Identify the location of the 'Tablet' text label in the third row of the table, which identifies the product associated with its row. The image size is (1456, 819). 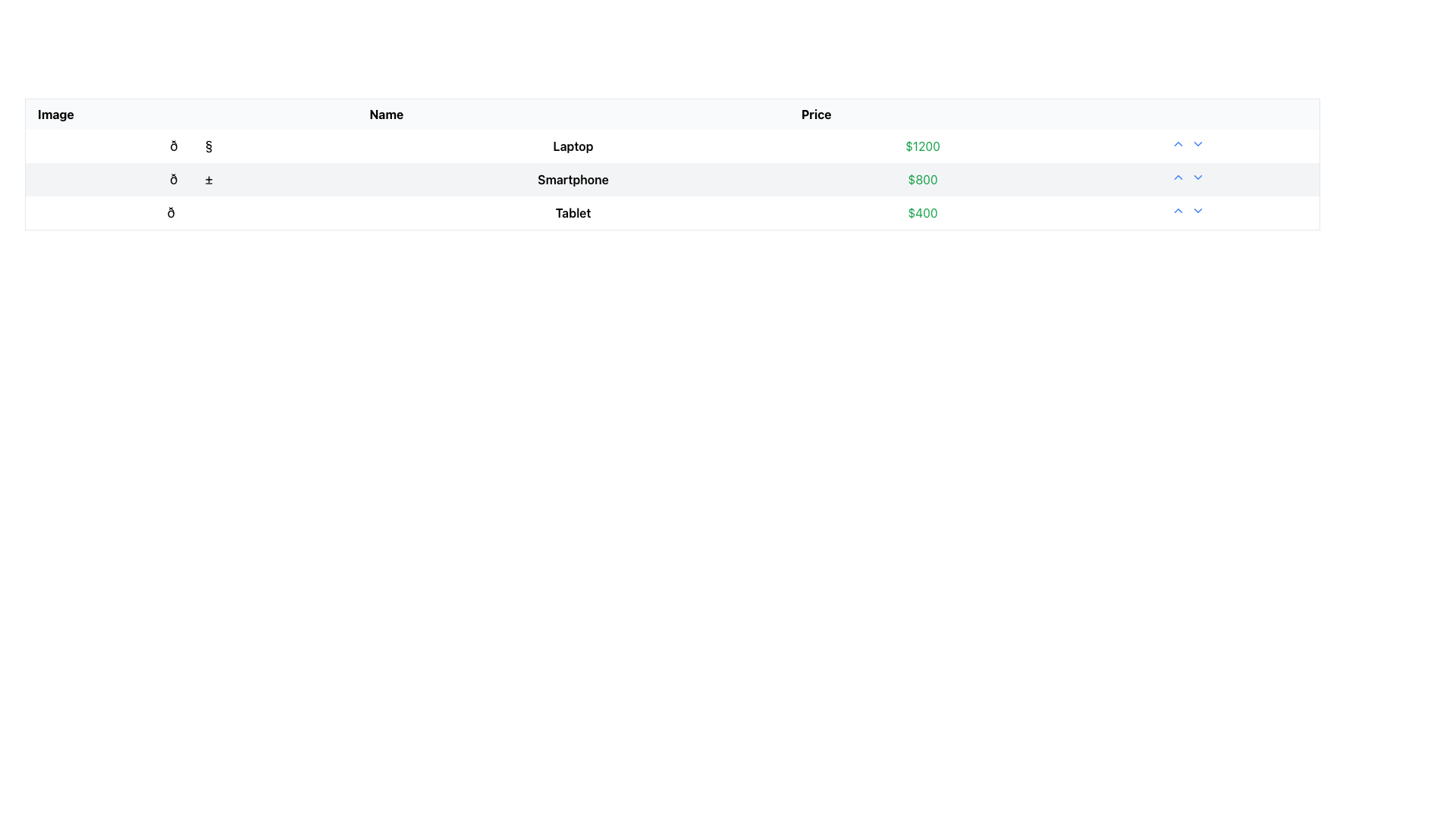
(573, 213).